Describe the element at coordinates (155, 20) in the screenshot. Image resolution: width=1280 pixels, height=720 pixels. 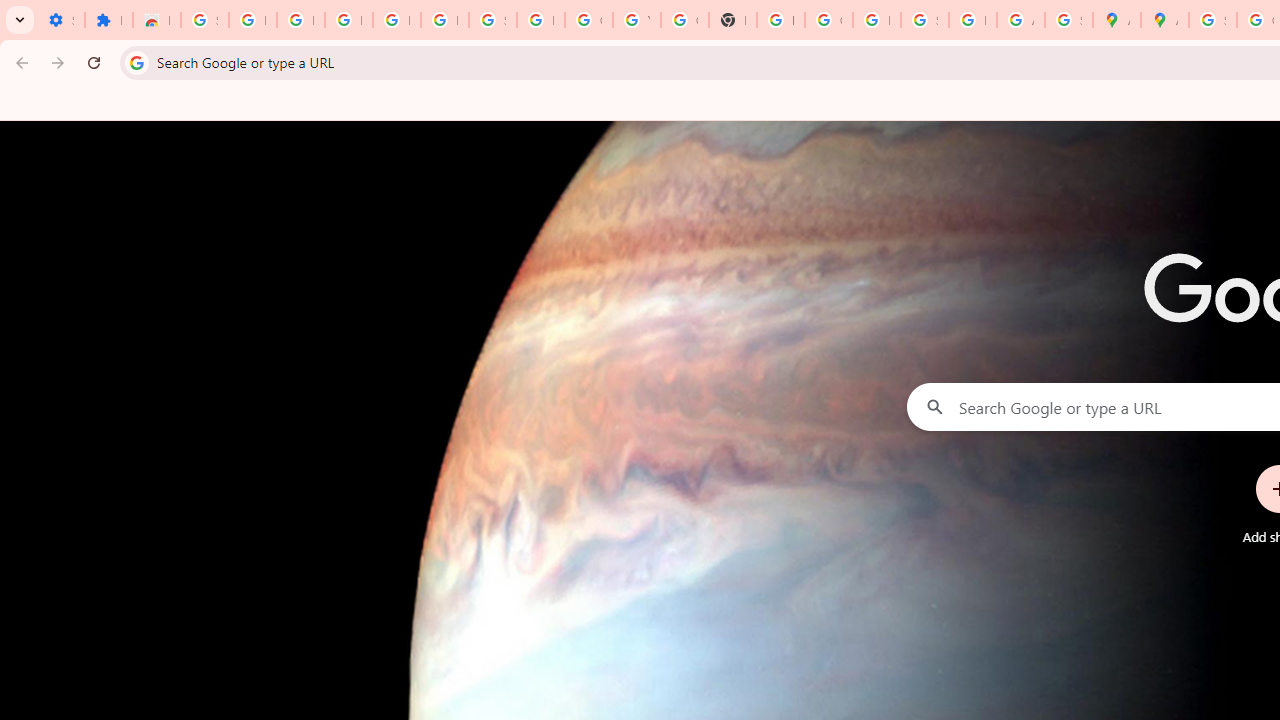
I see `'Reviews: Helix Fruit Jump Arcade Game'` at that location.